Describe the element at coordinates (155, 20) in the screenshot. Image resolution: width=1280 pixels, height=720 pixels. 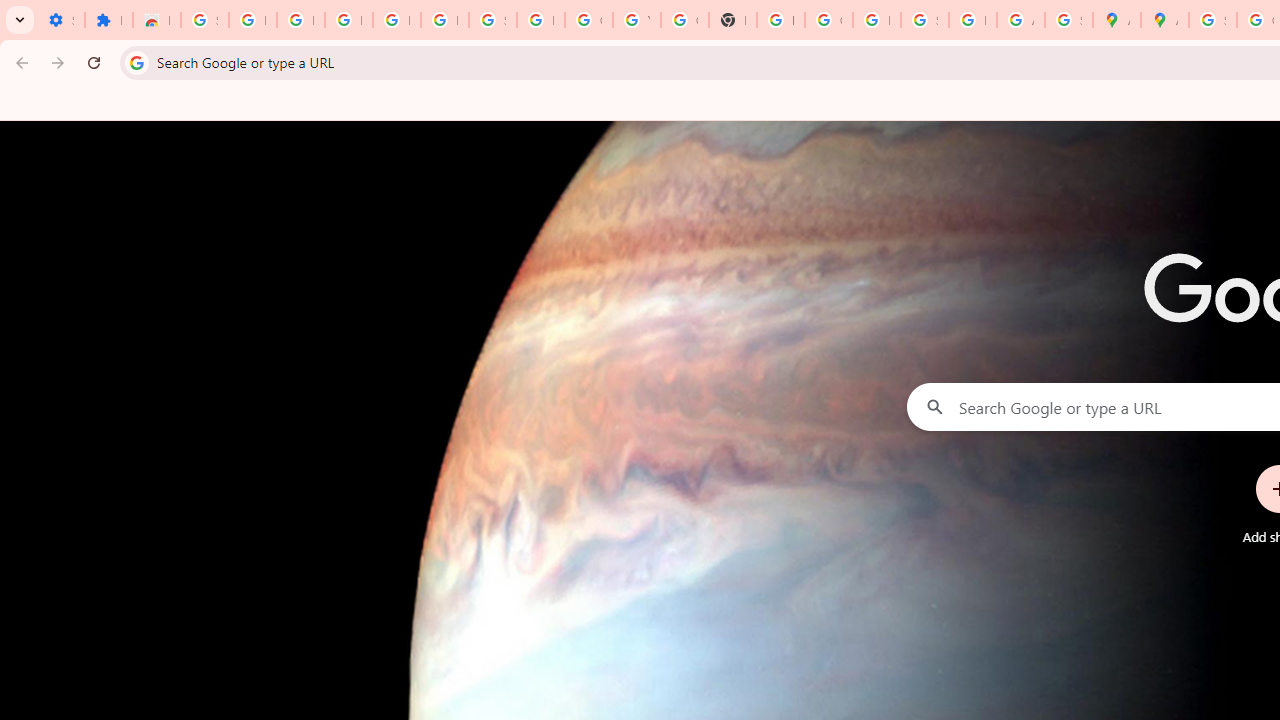
I see `'Reviews: Helix Fruit Jump Arcade Game'` at that location.